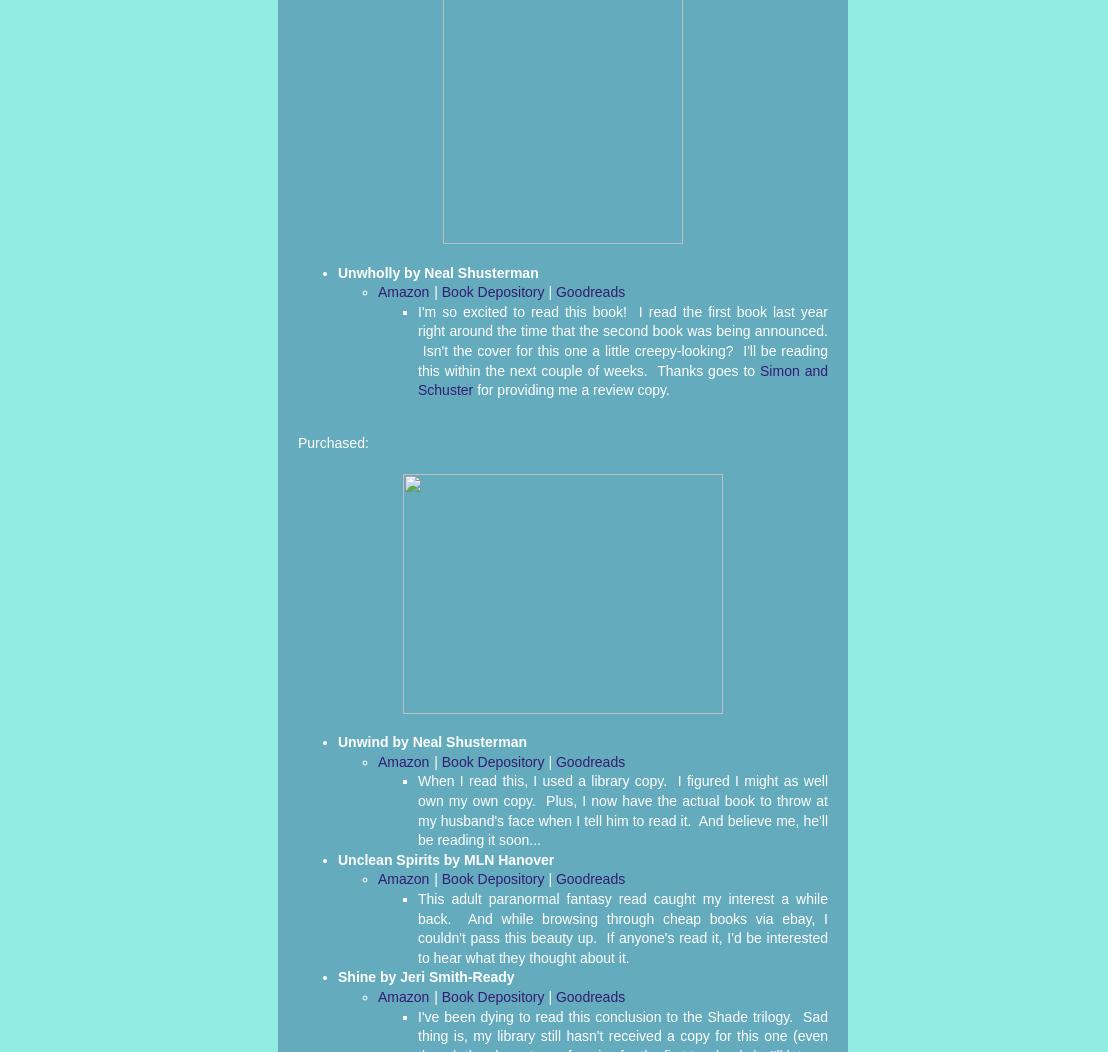 The image size is (1108, 1052). Describe the element at coordinates (436, 272) in the screenshot. I see `'Unwholly by Neal Shusterman'` at that location.